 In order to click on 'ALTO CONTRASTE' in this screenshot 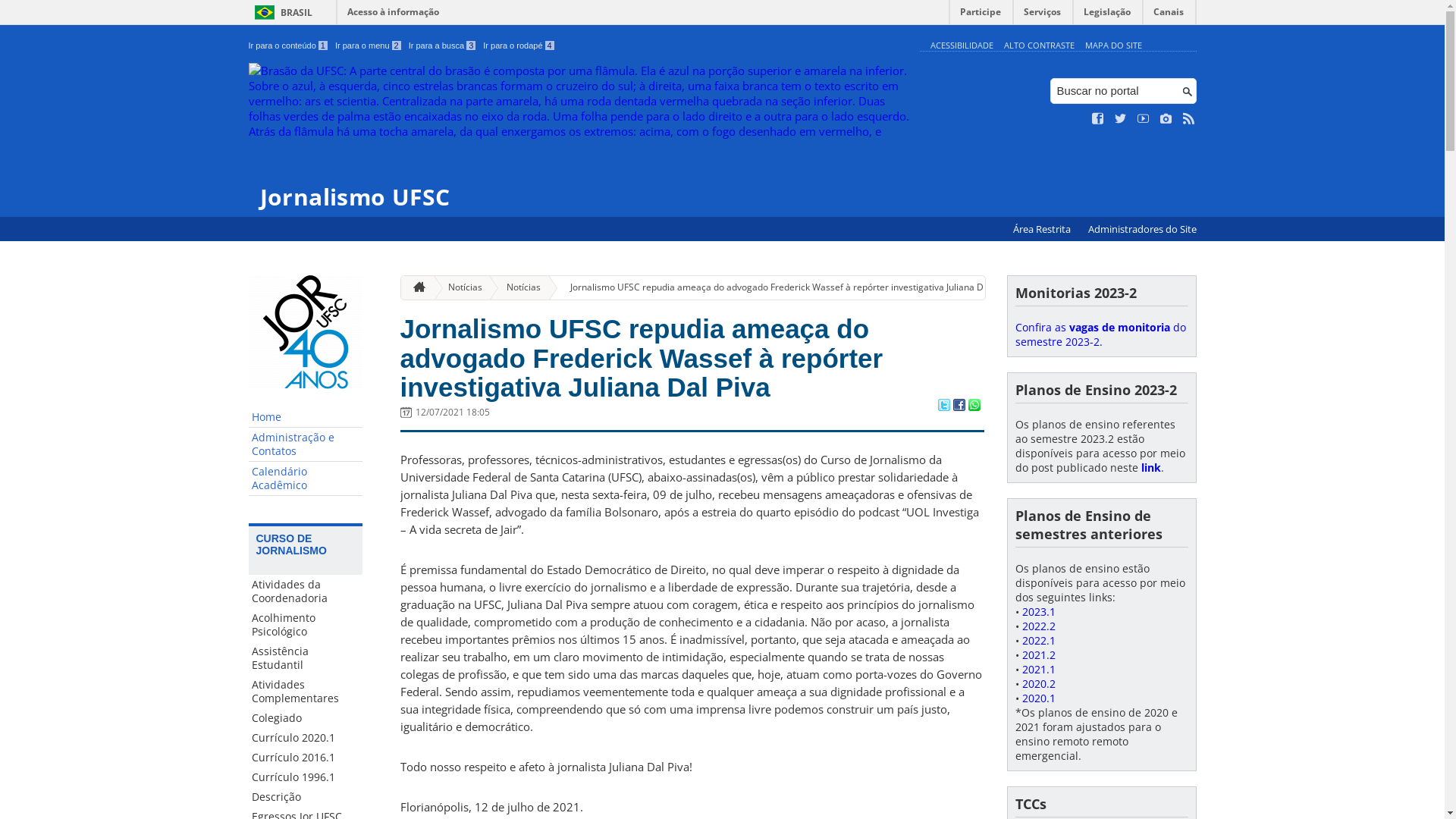, I will do `click(1038, 44)`.